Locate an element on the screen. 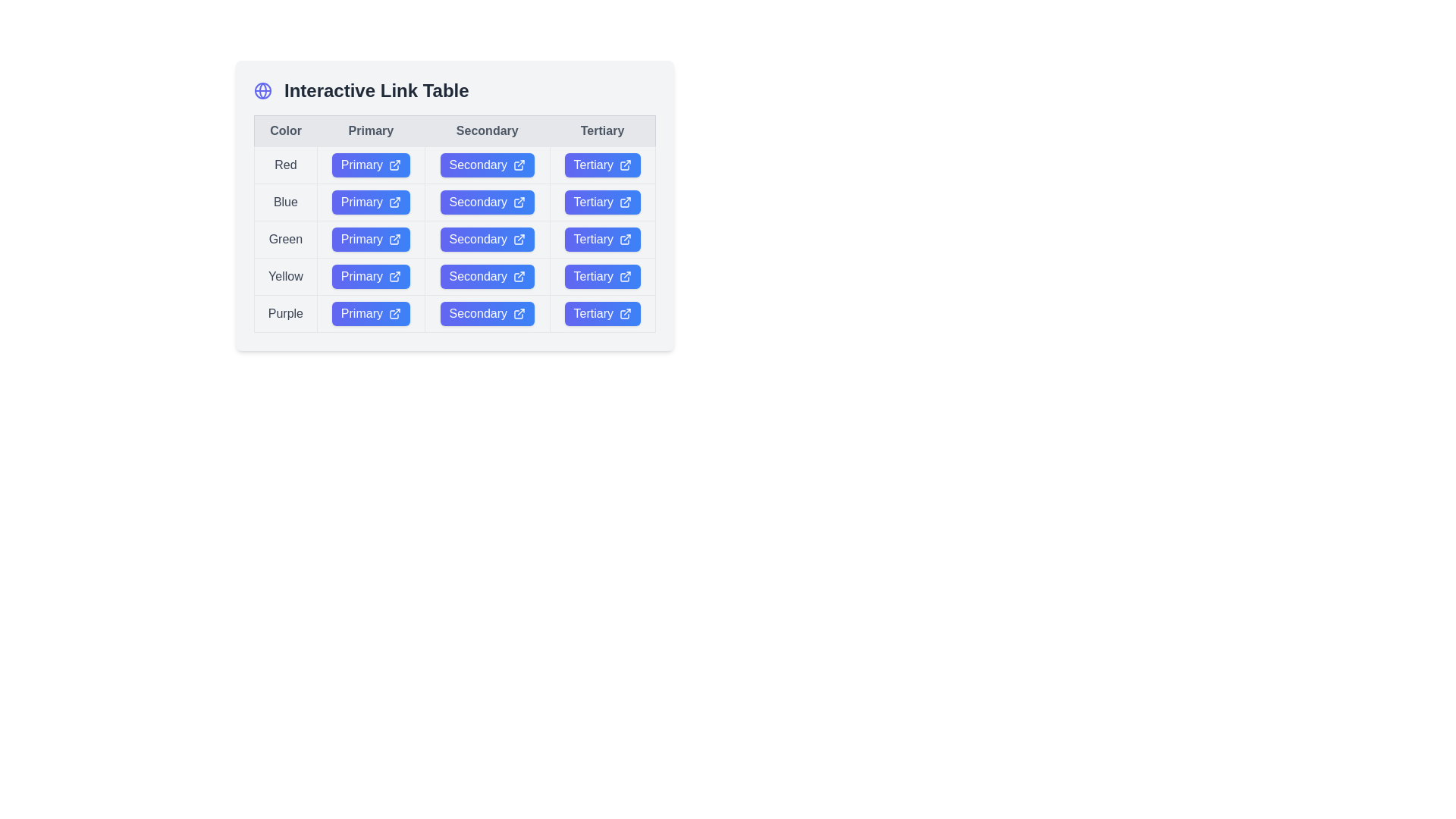 This screenshot has width=1456, height=819. the external link icon located adjacent to the text 'Secondary' in the button with a blue gradient background in the 'Yellow' row of the interactive link table is located at coordinates (519, 277).